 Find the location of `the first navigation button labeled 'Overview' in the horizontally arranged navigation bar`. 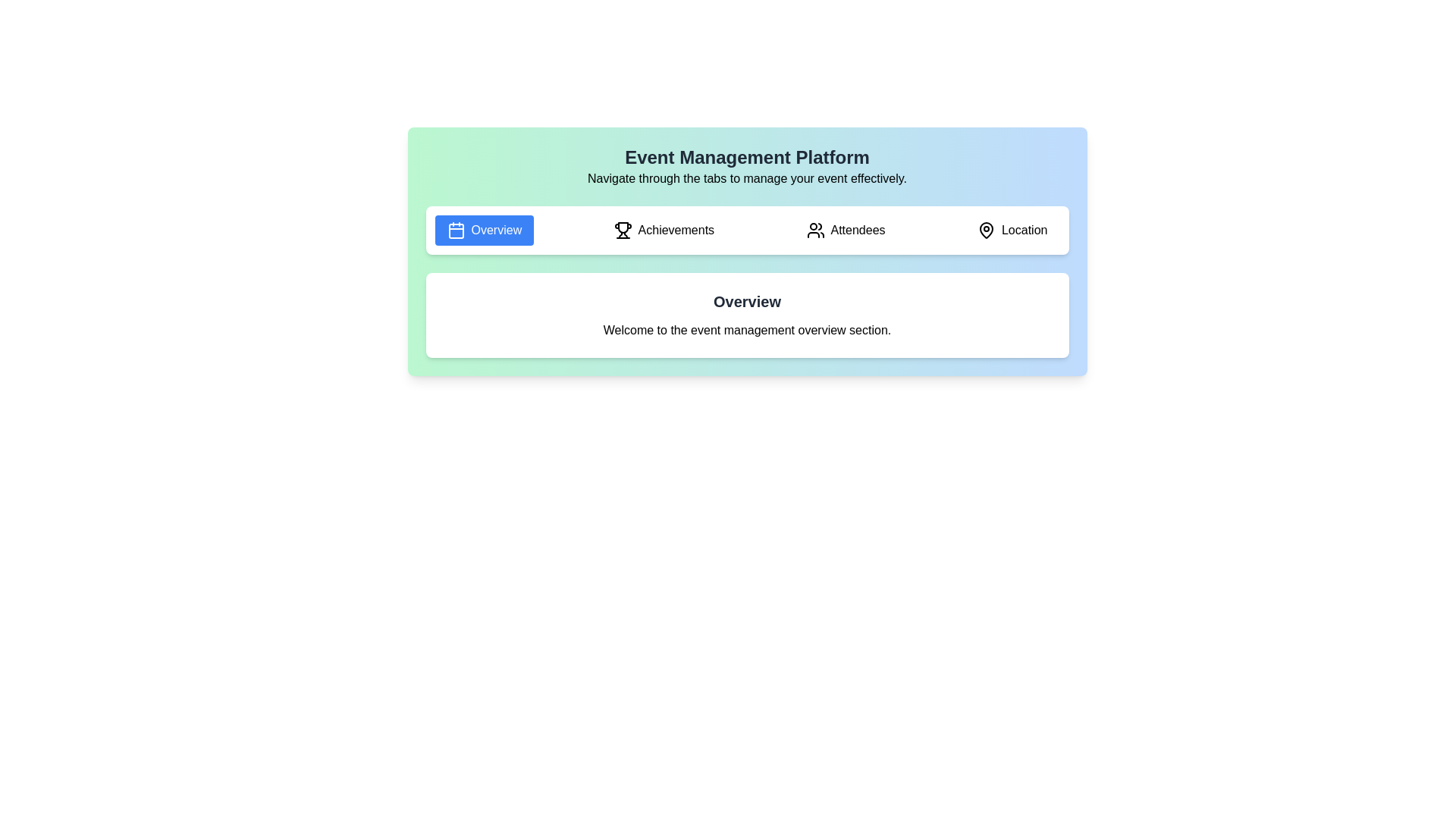

the first navigation button labeled 'Overview' in the horizontally arranged navigation bar is located at coordinates (496, 231).